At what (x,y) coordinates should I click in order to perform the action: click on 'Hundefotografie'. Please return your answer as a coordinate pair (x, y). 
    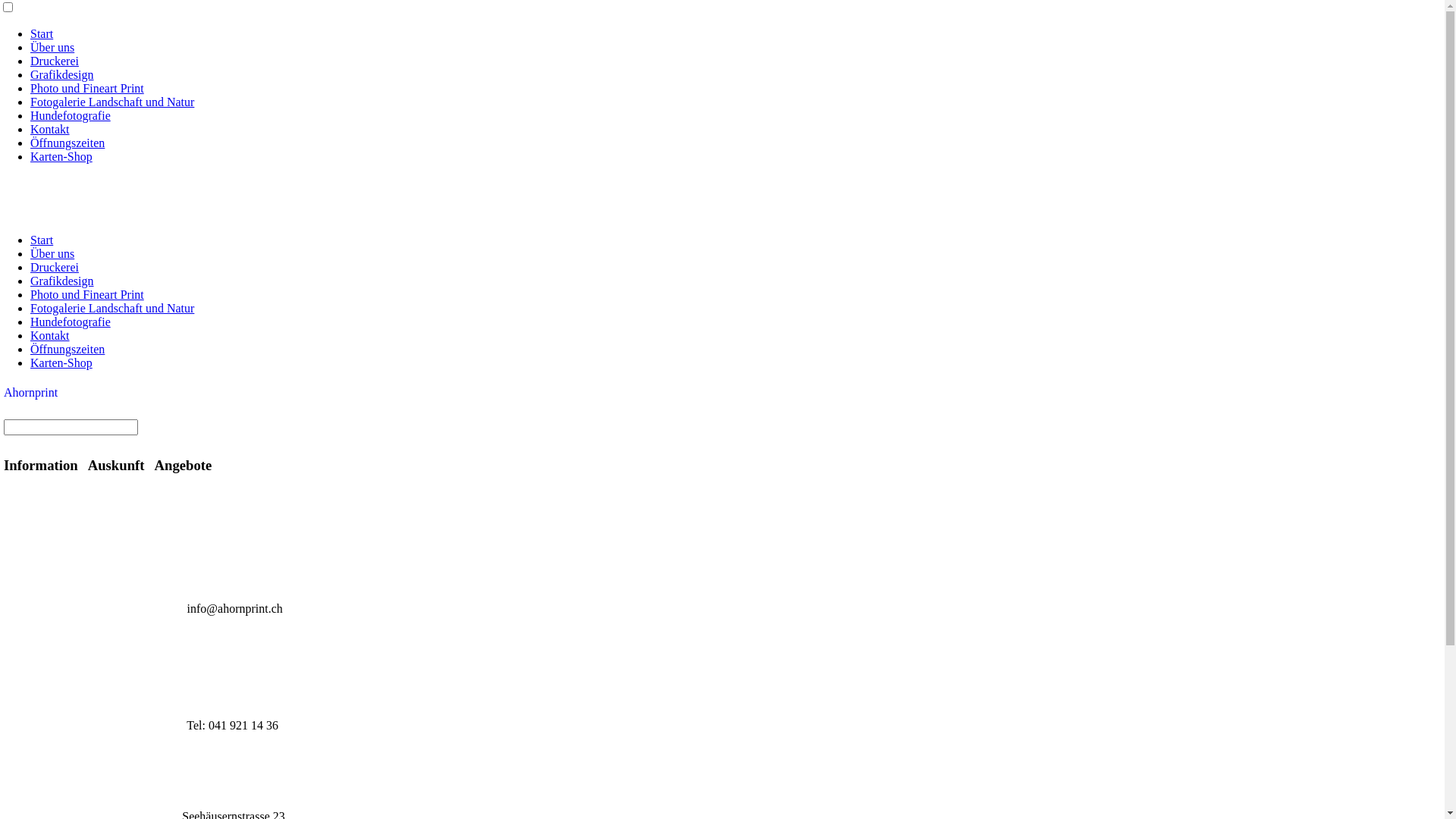
    Looking at the image, I should click on (30, 321).